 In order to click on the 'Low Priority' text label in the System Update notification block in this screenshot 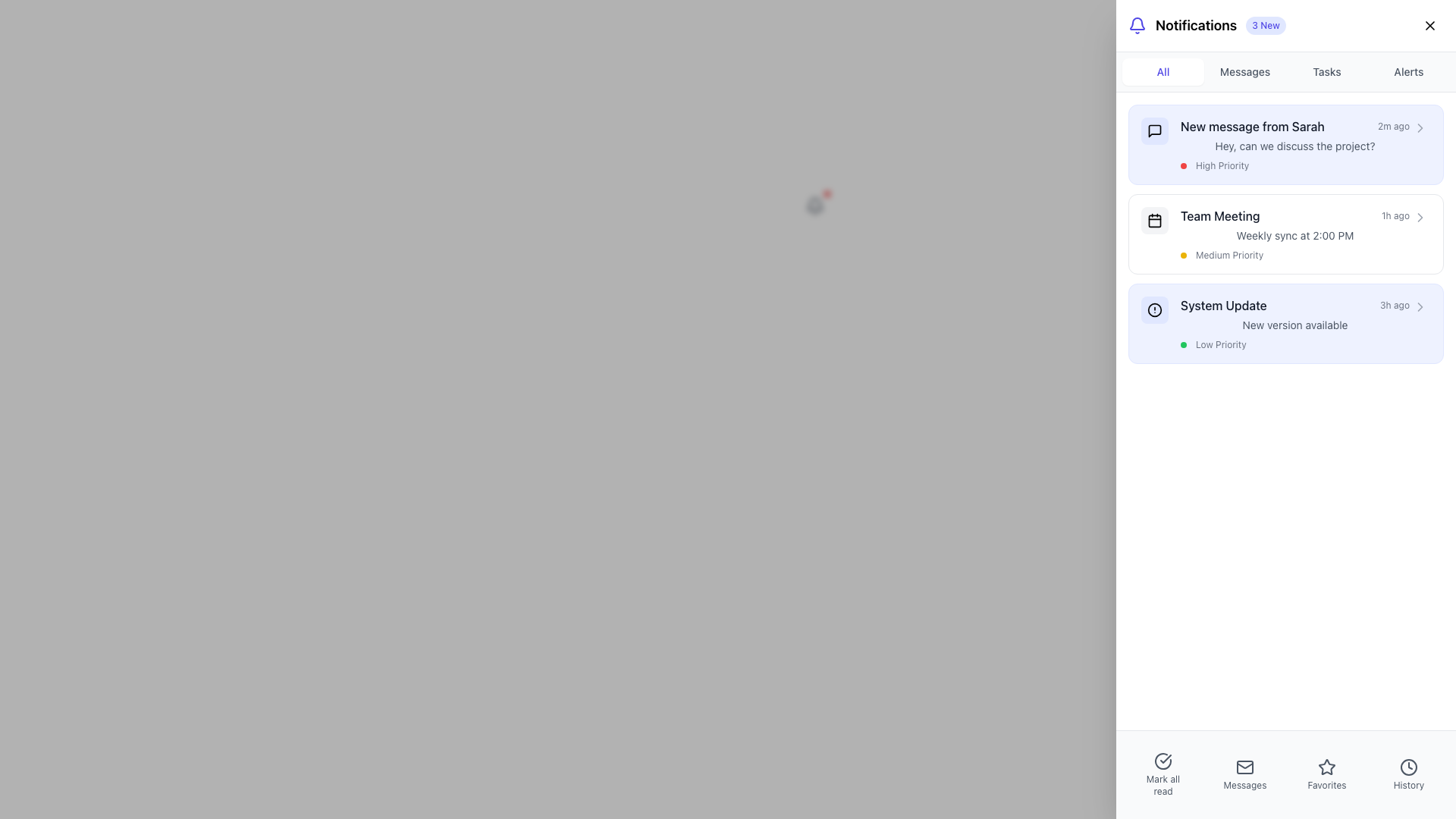, I will do `click(1221, 345)`.